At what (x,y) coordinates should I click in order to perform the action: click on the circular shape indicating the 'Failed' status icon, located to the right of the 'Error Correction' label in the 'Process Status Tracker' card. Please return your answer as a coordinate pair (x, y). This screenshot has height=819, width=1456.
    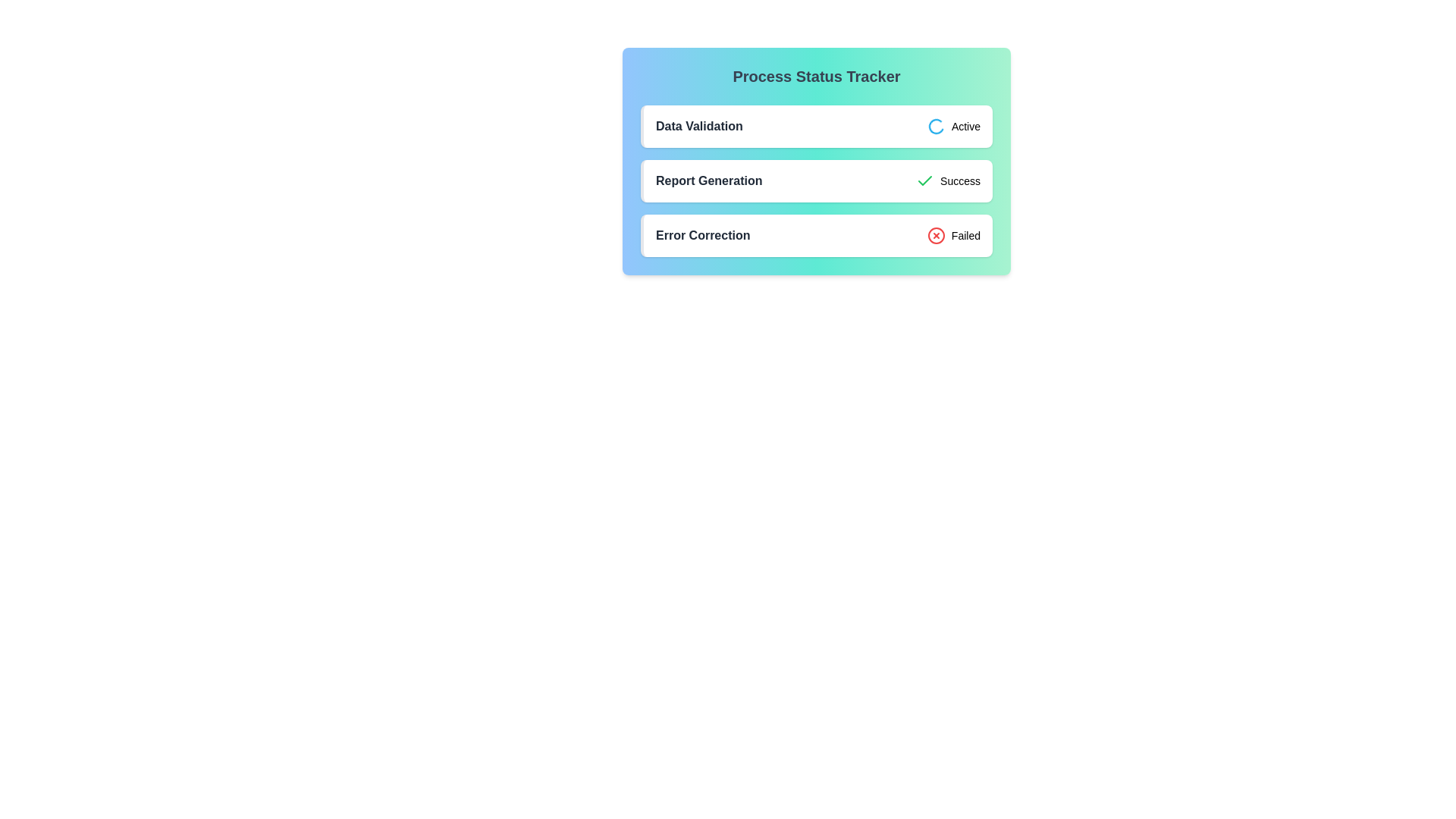
    Looking at the image, I should click on (935, 236).